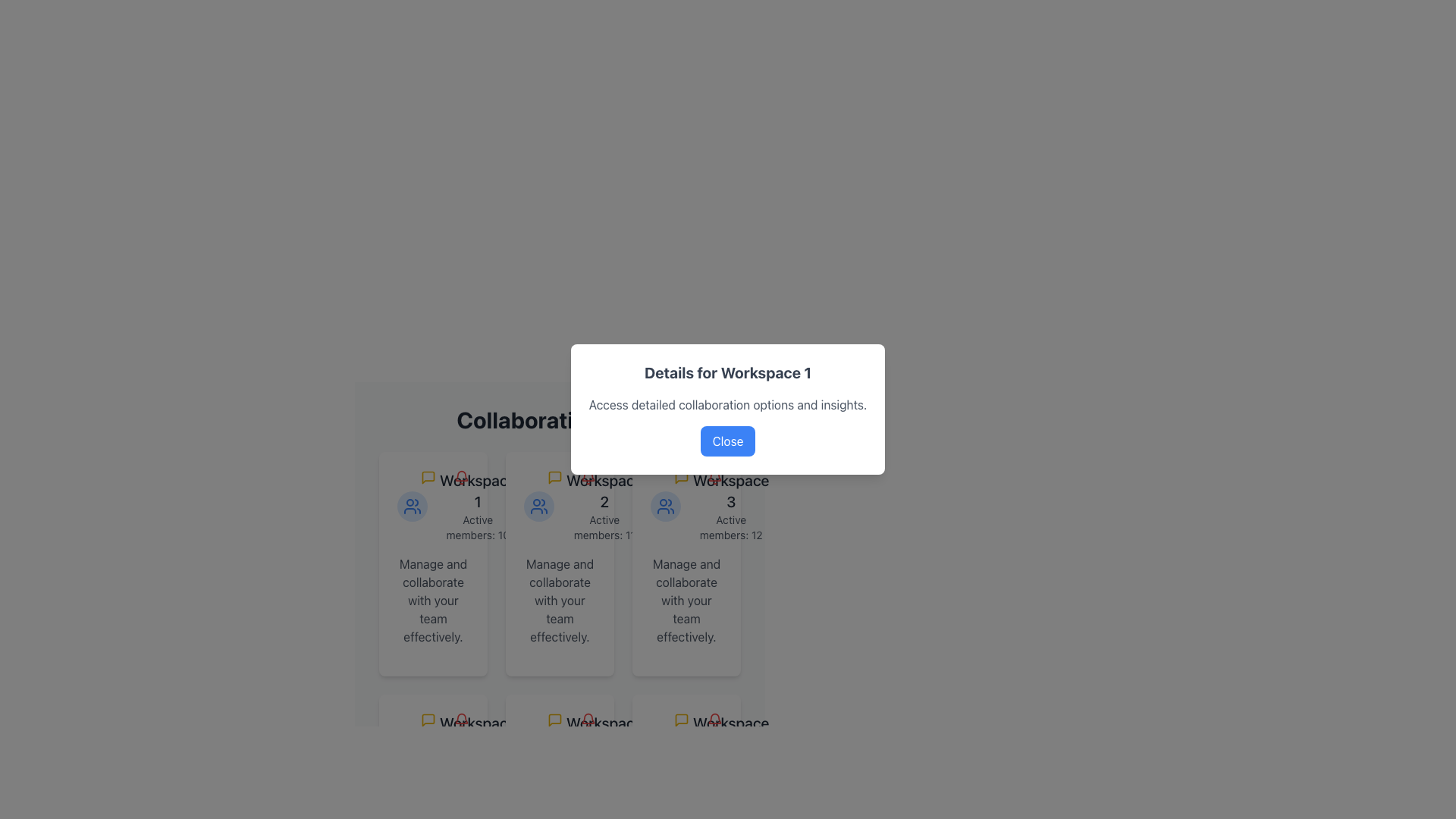  I want to click on text element displaying 'Manage and collaborate with your team effectively.' which is styled in gray font and located within the card of 'Workspace 1' below 'Active members: 10', so click(432, 599).